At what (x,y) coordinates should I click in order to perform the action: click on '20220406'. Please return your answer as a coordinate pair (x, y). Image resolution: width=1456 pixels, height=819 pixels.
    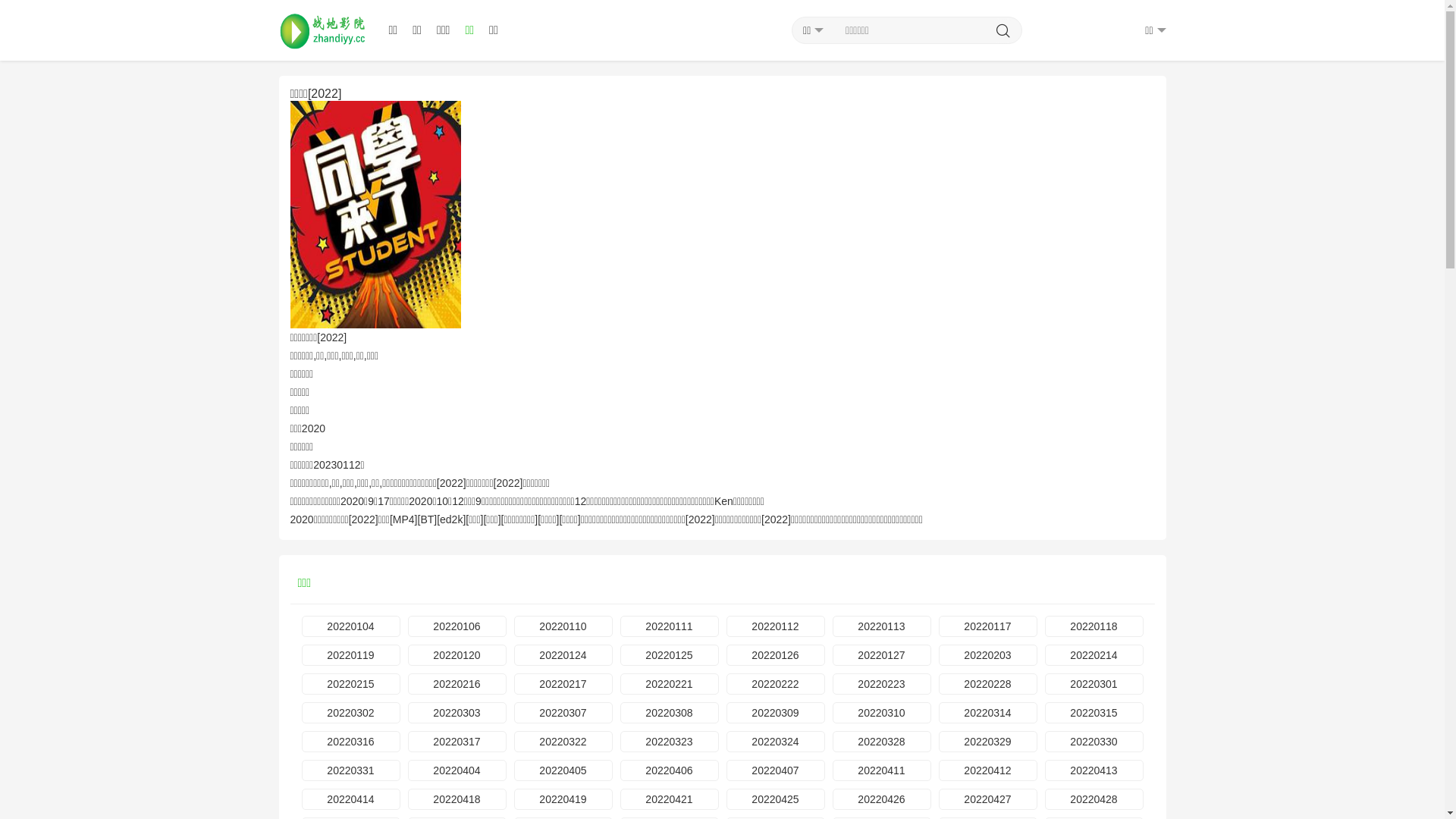
    Looking at the image, I should click on (669, 770).